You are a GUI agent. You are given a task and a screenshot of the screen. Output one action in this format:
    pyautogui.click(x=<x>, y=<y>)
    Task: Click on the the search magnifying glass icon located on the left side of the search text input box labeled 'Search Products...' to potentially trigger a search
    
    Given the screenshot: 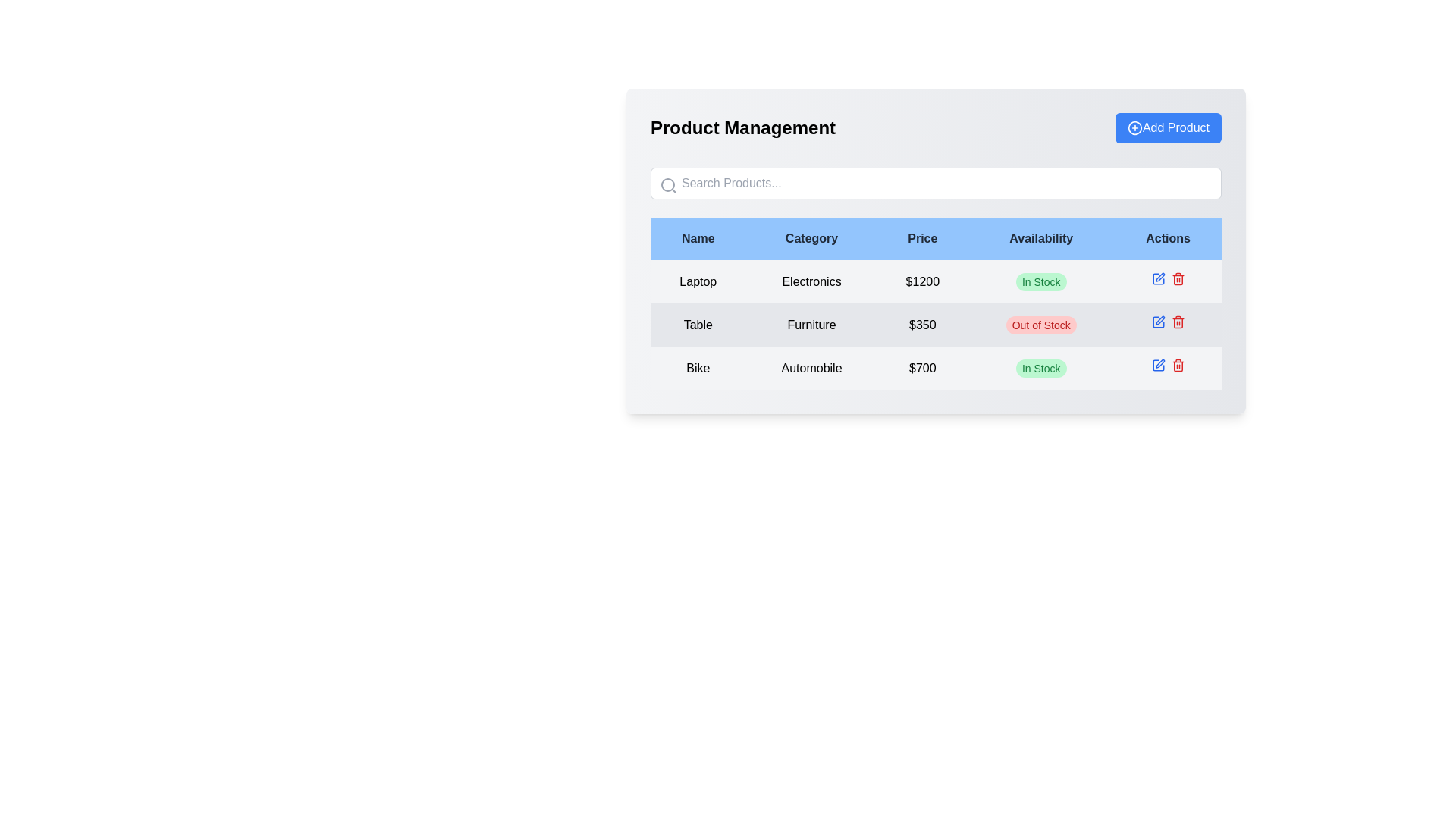 What is the action you would take?
    pyautogui.click(x=668, y=185)
    